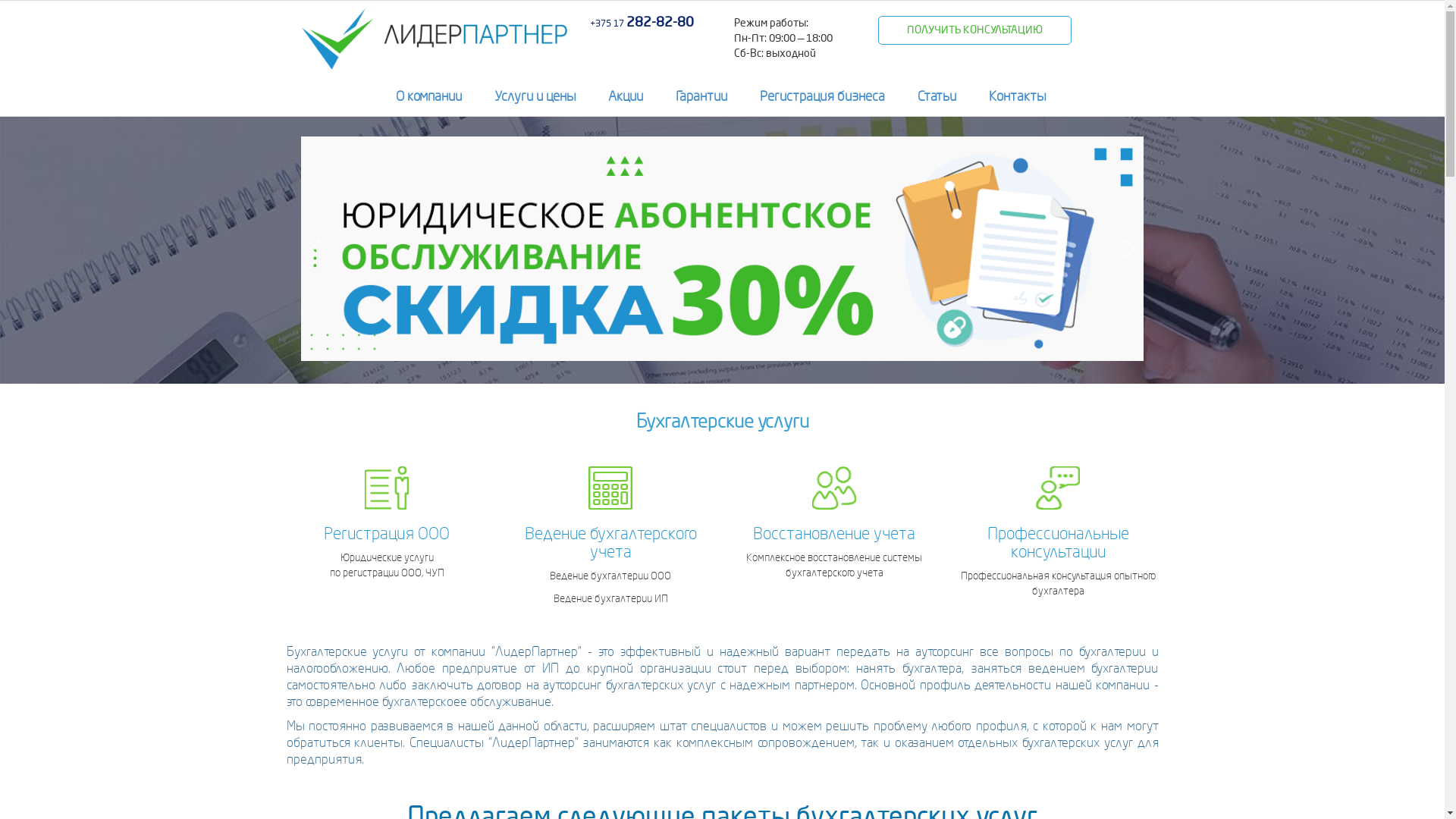  I want to click on '+375 17 282-82-80', so click(642, 23).